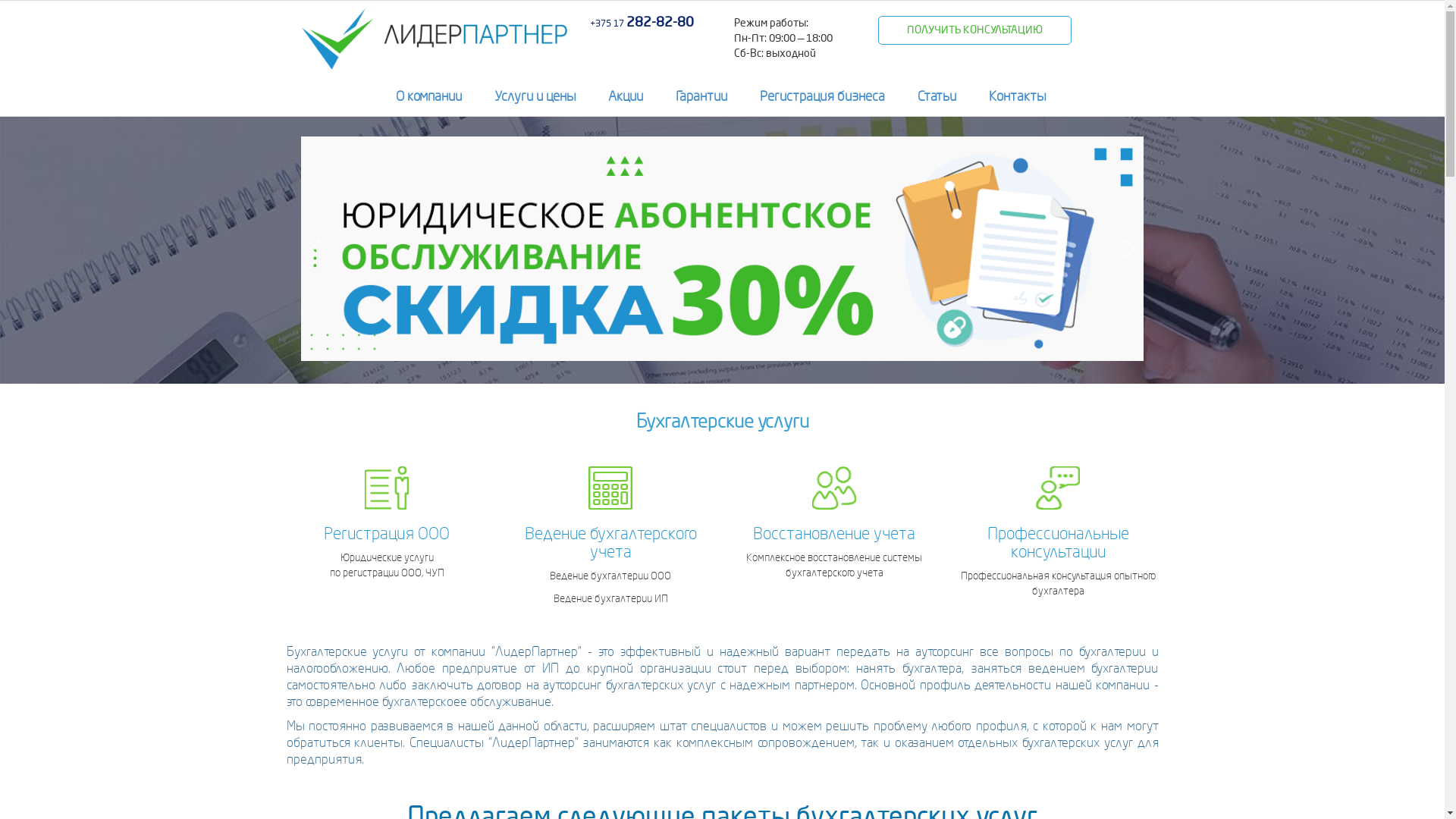  I want to click on '+375 17 282-82-80', so click(642, 23).